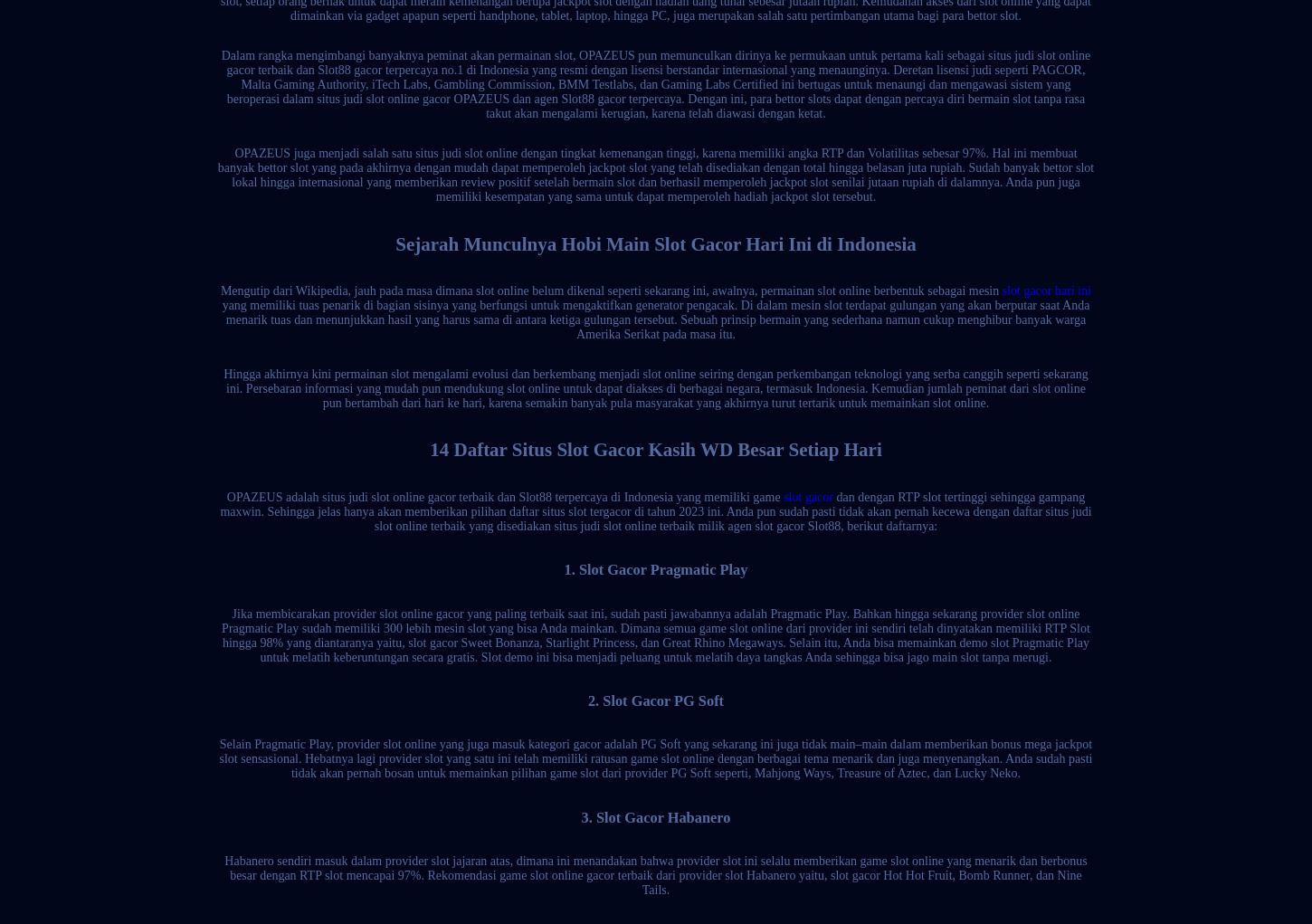  What do you see at coordinates (504, 496) in the screenshot?
I see `'OPAZEUS adalah situs judi slot online gacor terbaik dan Slot88 terpercaya di Indonesia yang memiliki game'` at bounding box center [504, 496].